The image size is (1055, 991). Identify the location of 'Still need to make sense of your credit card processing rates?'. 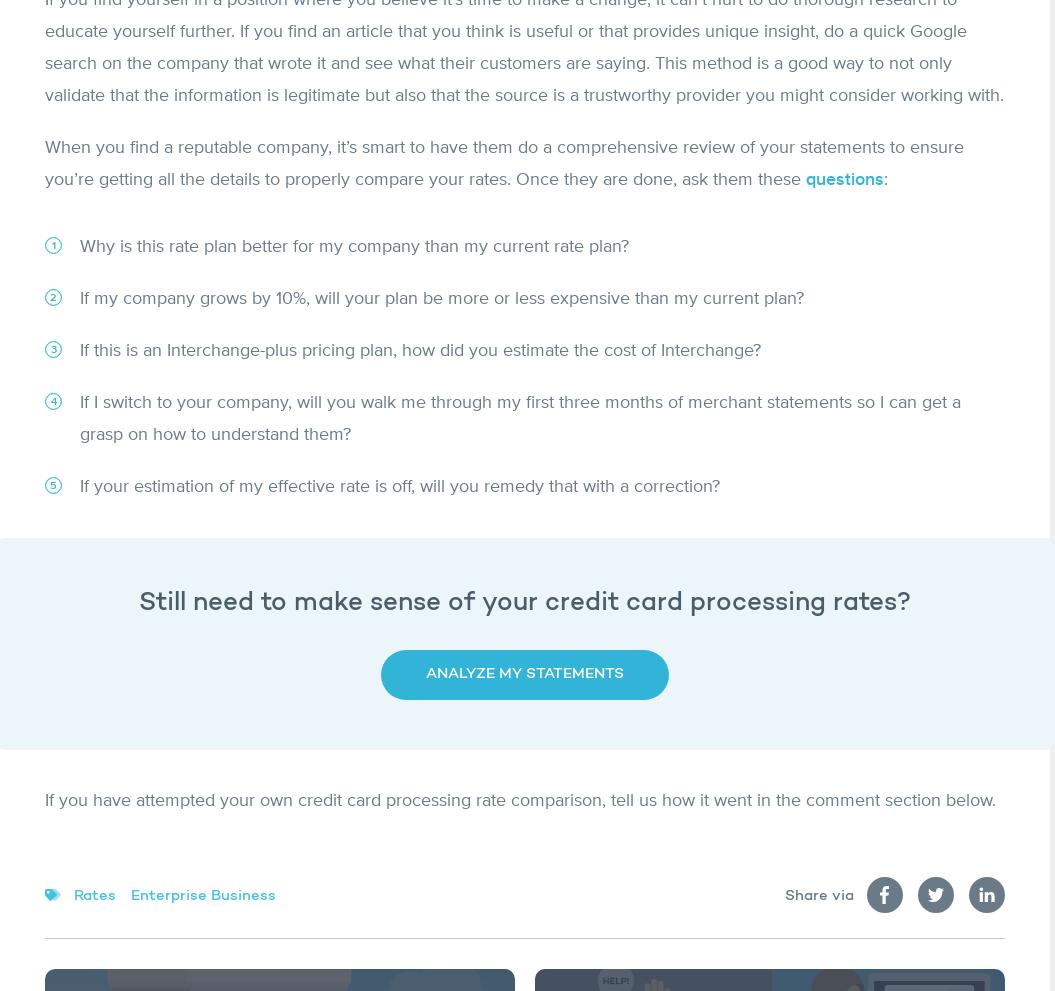
(524, 603).